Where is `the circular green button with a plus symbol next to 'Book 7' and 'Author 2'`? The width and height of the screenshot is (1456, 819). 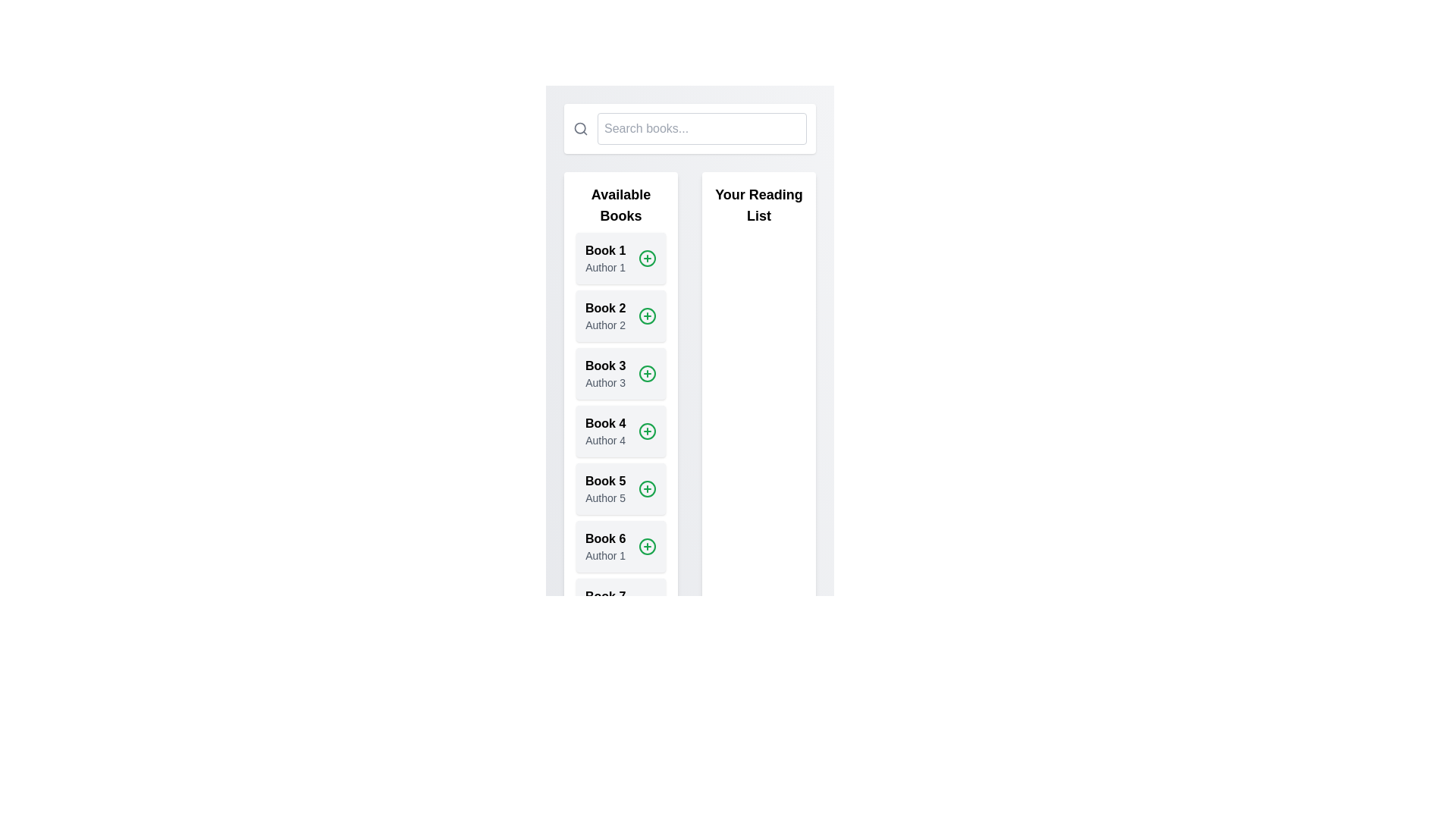 the circular green button with a plus symbol next to 'Book 7' and 'Author 2' is located at coordinates (648, 604).